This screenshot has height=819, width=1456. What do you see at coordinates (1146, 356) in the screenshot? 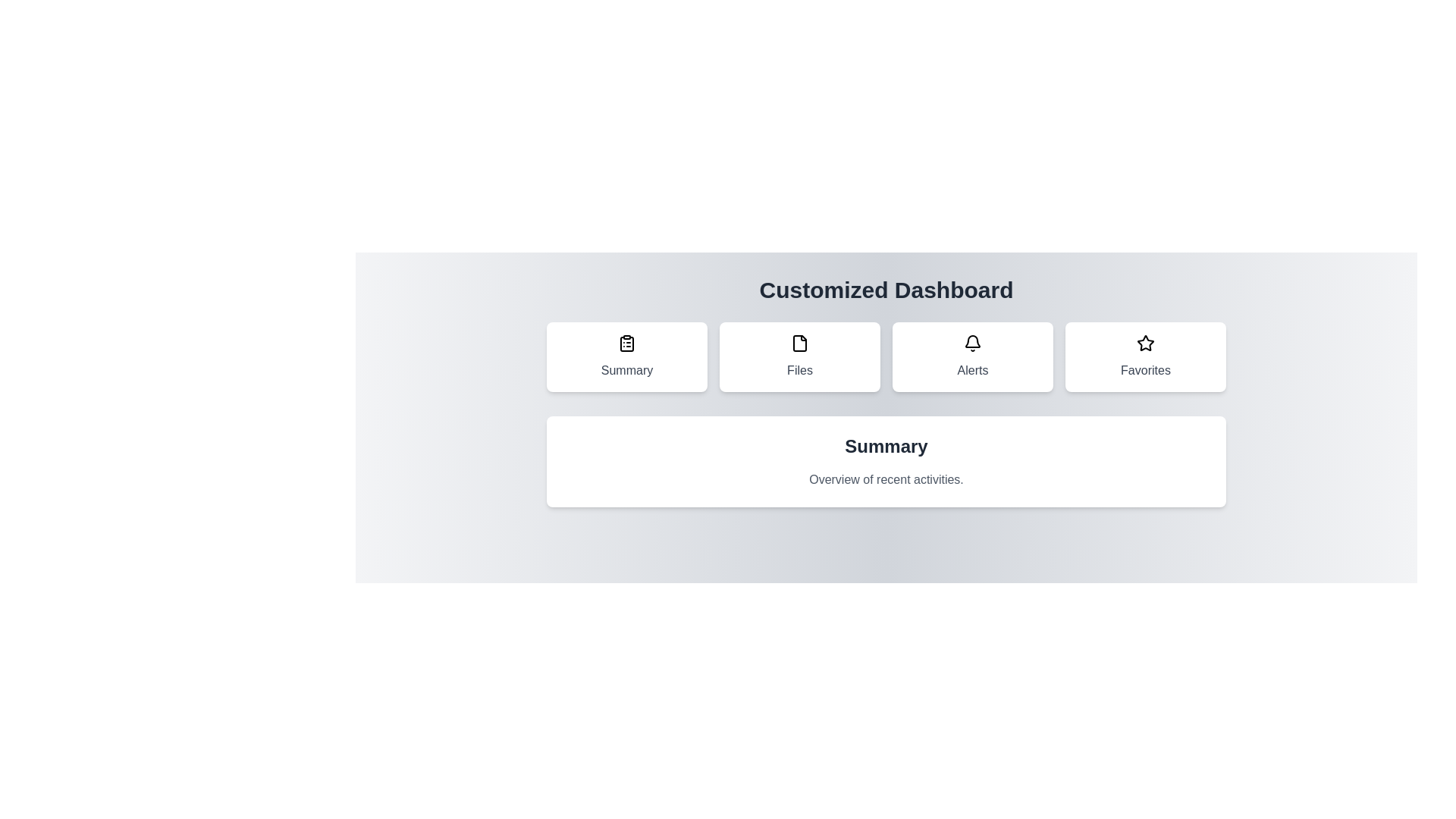
I see `the 'Favorites' button, which is the fourth button in a grid layout and positioned farthest to the right in the second row` at bounding box center [1146, 356].